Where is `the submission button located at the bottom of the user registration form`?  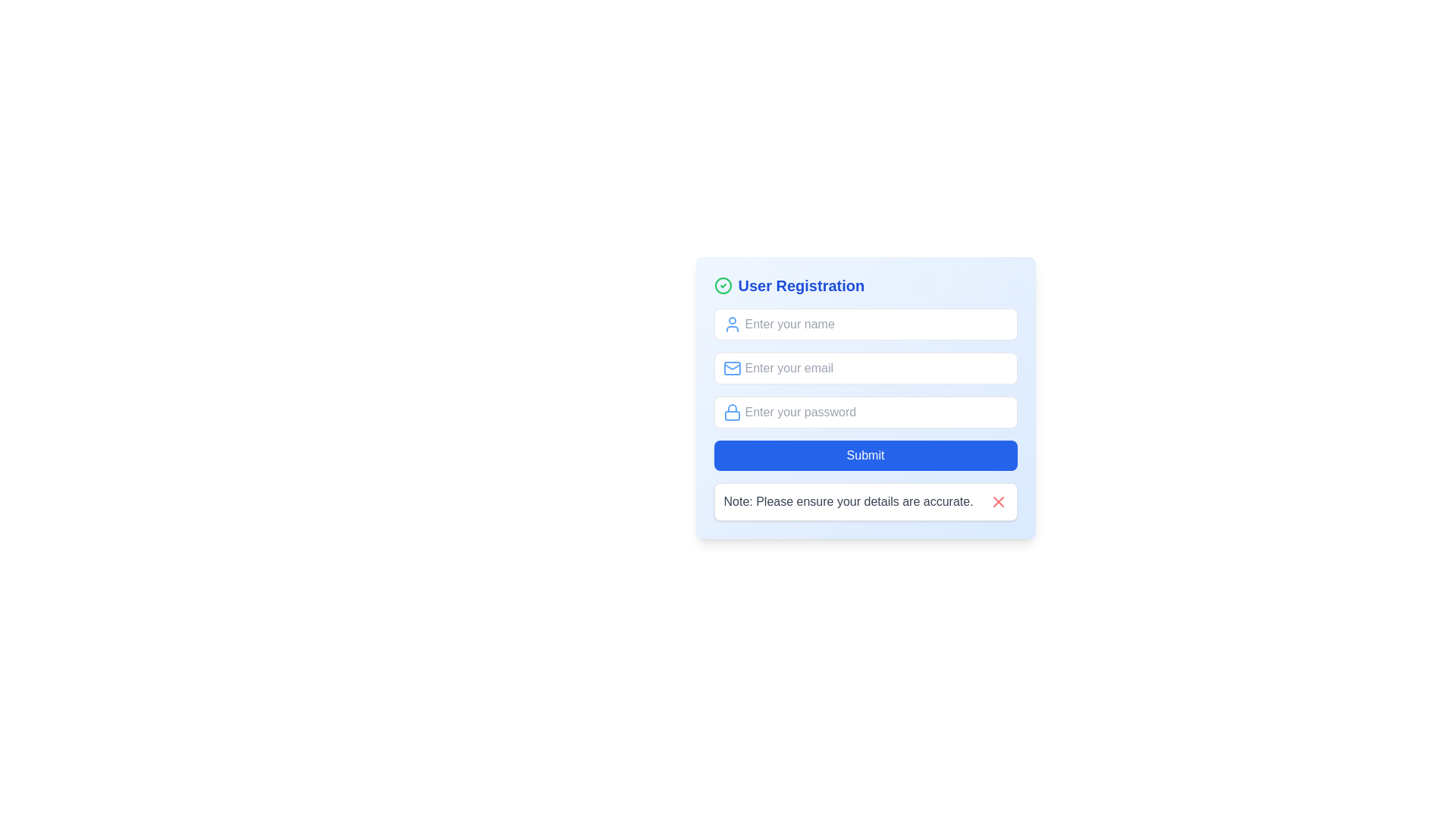 the submission button located at the bottom of the user registration form is located at coordinates (865, 455).